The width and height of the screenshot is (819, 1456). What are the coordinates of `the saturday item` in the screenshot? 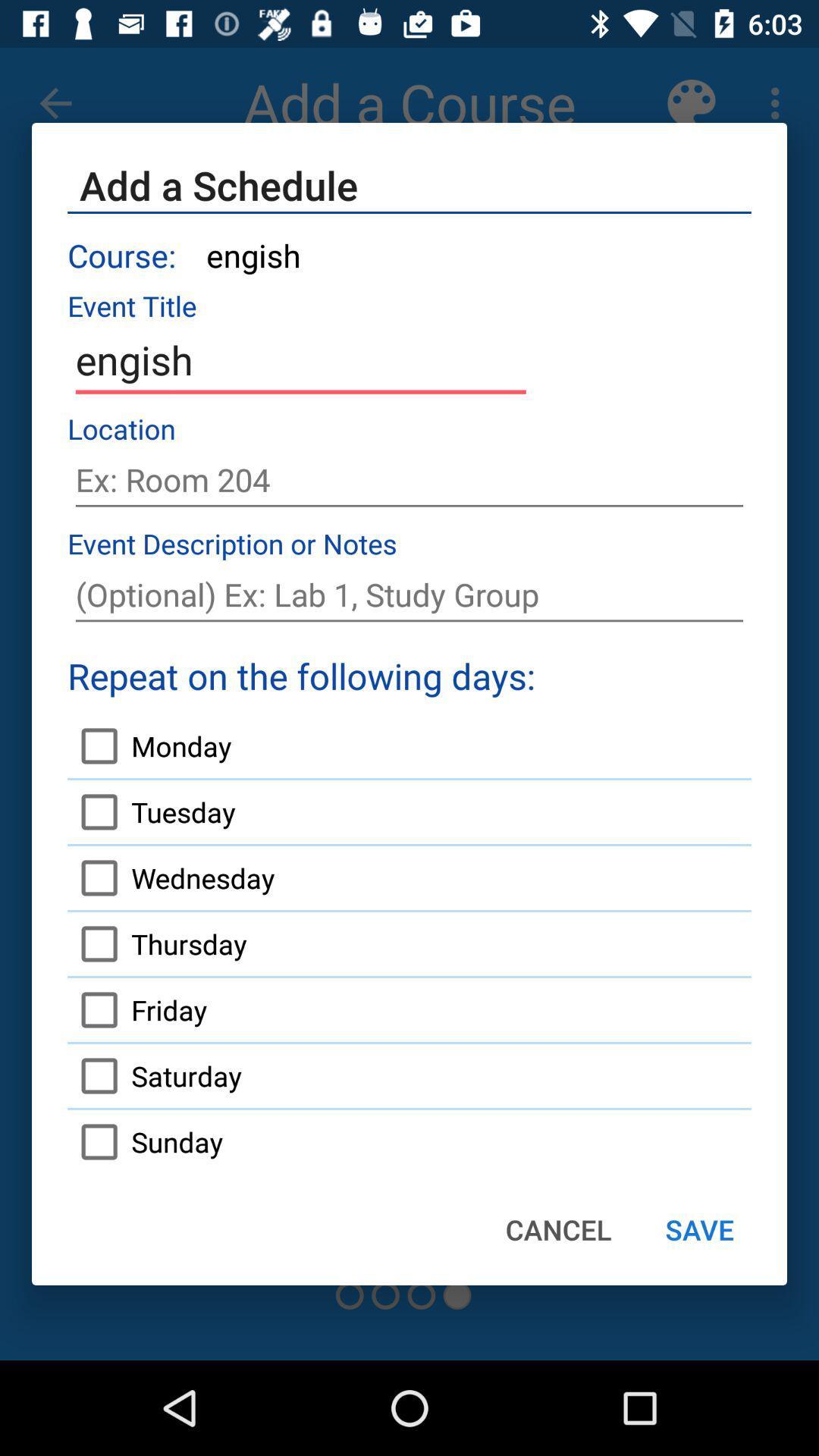 It's located at (155, 1075).